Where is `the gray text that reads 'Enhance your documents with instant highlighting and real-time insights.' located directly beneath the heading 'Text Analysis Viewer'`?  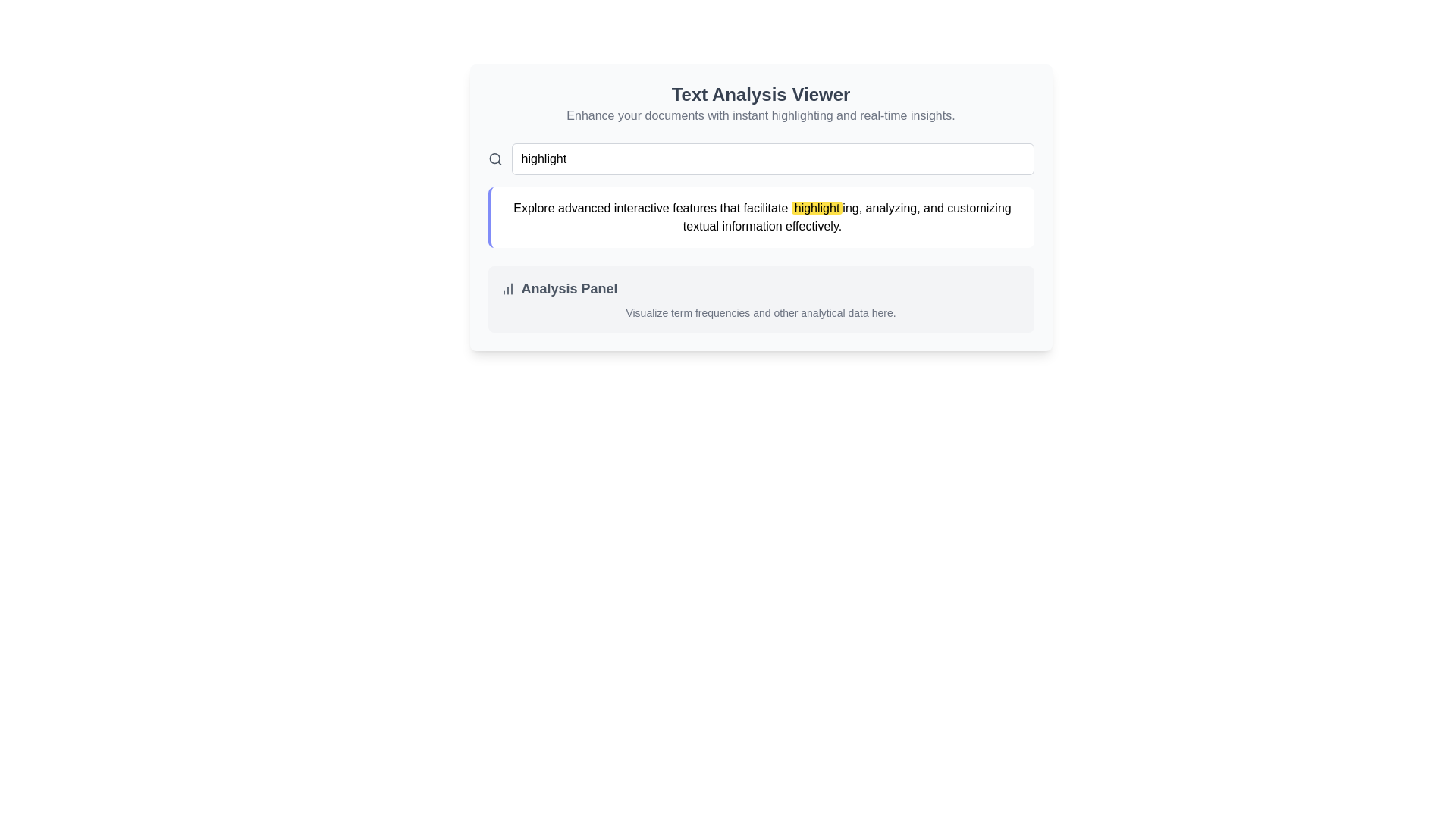
the gray text that reads 'Enhance your documents with instant highlighting and real-time insights.' located directly beneath the heading 'Text Analysis Viewer' is located at coordinates (761, 115).